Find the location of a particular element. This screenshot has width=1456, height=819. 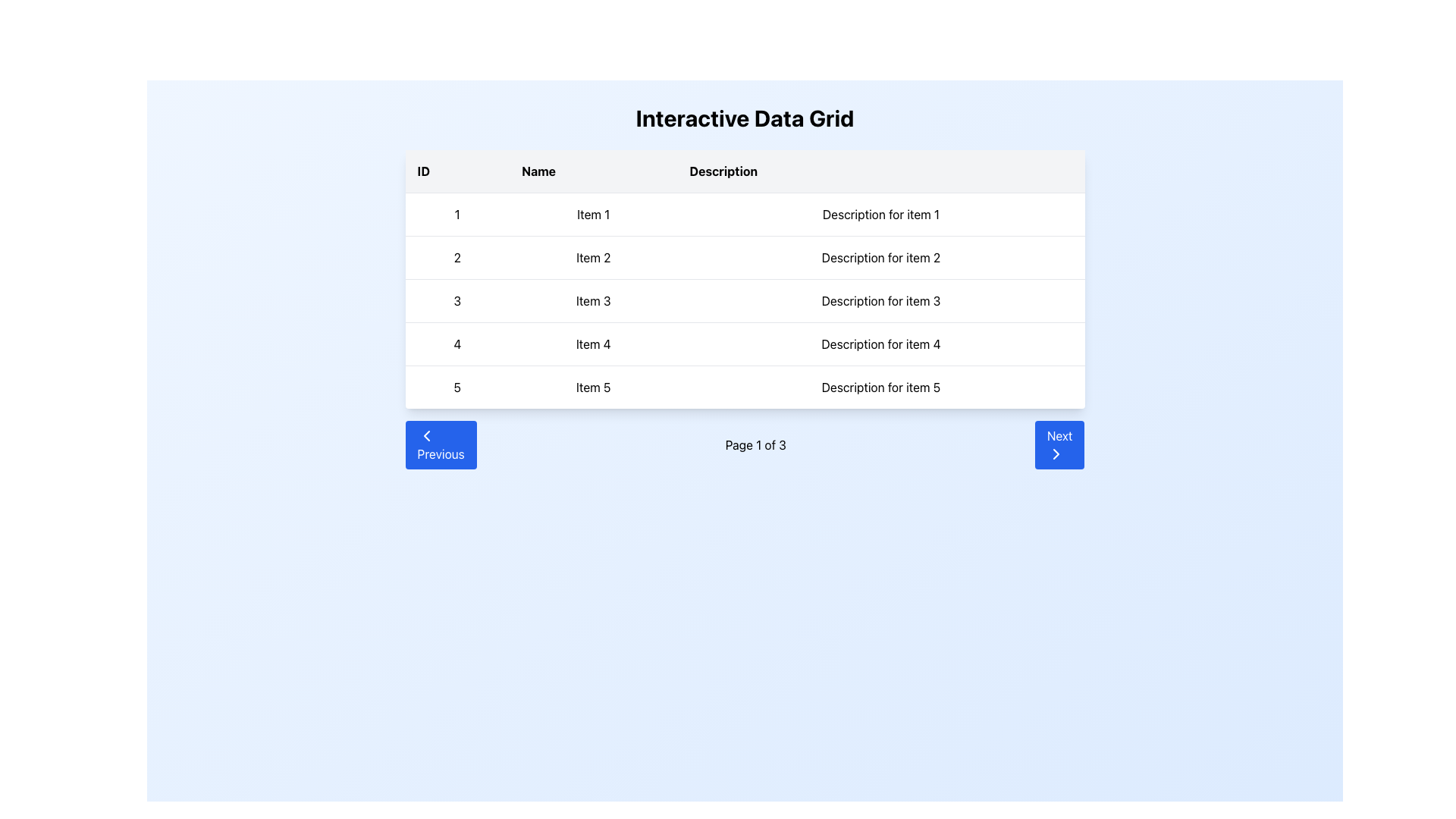

the text display element showing 'Description for item 4' in the fourth row of the data grid under the 'Description' column is located at coordinates (880, 344).